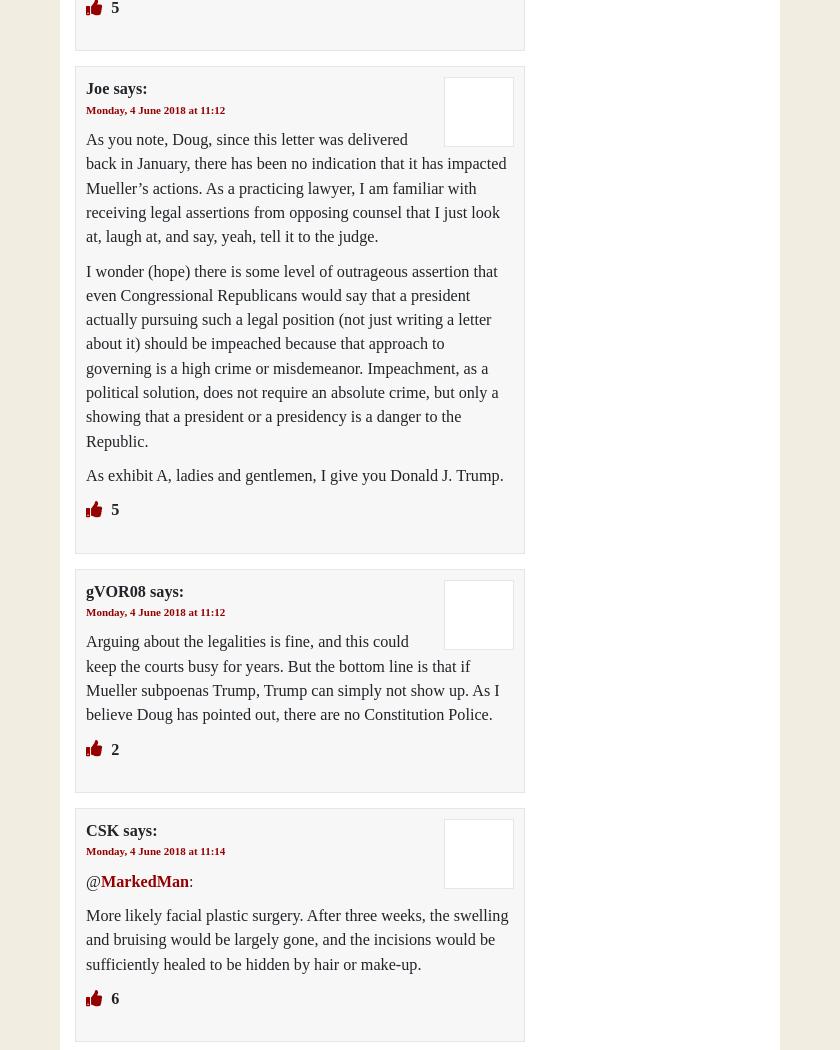  I want to click on 'I wonder (hope) there is some level of outrageous assertion that even Congressional Republicans would say that a president actually pursuing such a legal position (not just writing a letter about it) should be impeached because that approach to governing is a high crime or misdemeanor.  Impeachment, as a political solution, does not require an absolute crime, but only a showing that a president or a presidency is a danger to the Republic.', so click(291, 354).